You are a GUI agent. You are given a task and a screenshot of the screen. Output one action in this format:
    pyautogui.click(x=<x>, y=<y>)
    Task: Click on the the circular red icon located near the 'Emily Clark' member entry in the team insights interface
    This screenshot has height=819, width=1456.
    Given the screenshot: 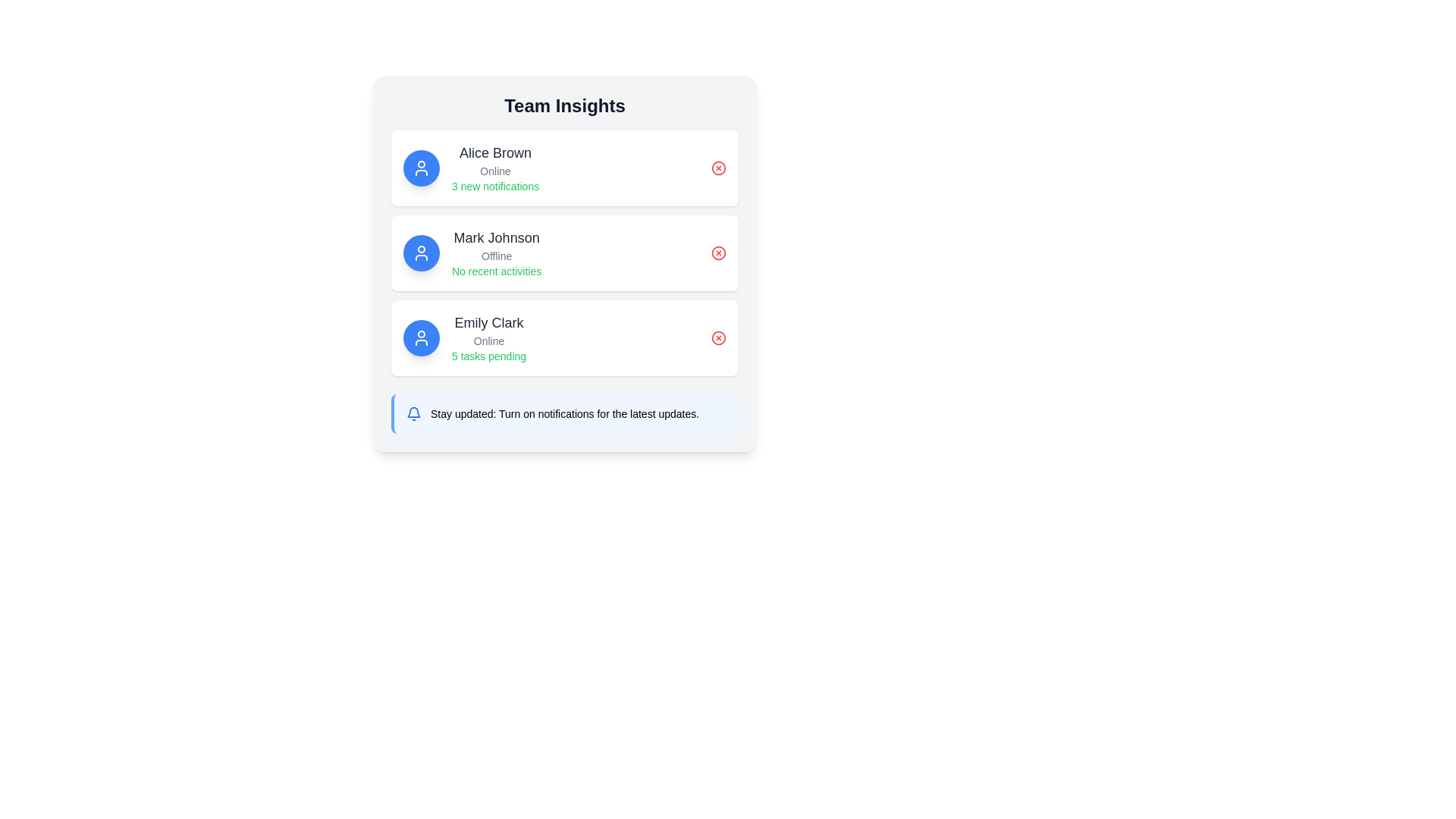 What is the action you would take?
    pyautogui.click(x=718, y=337)
    